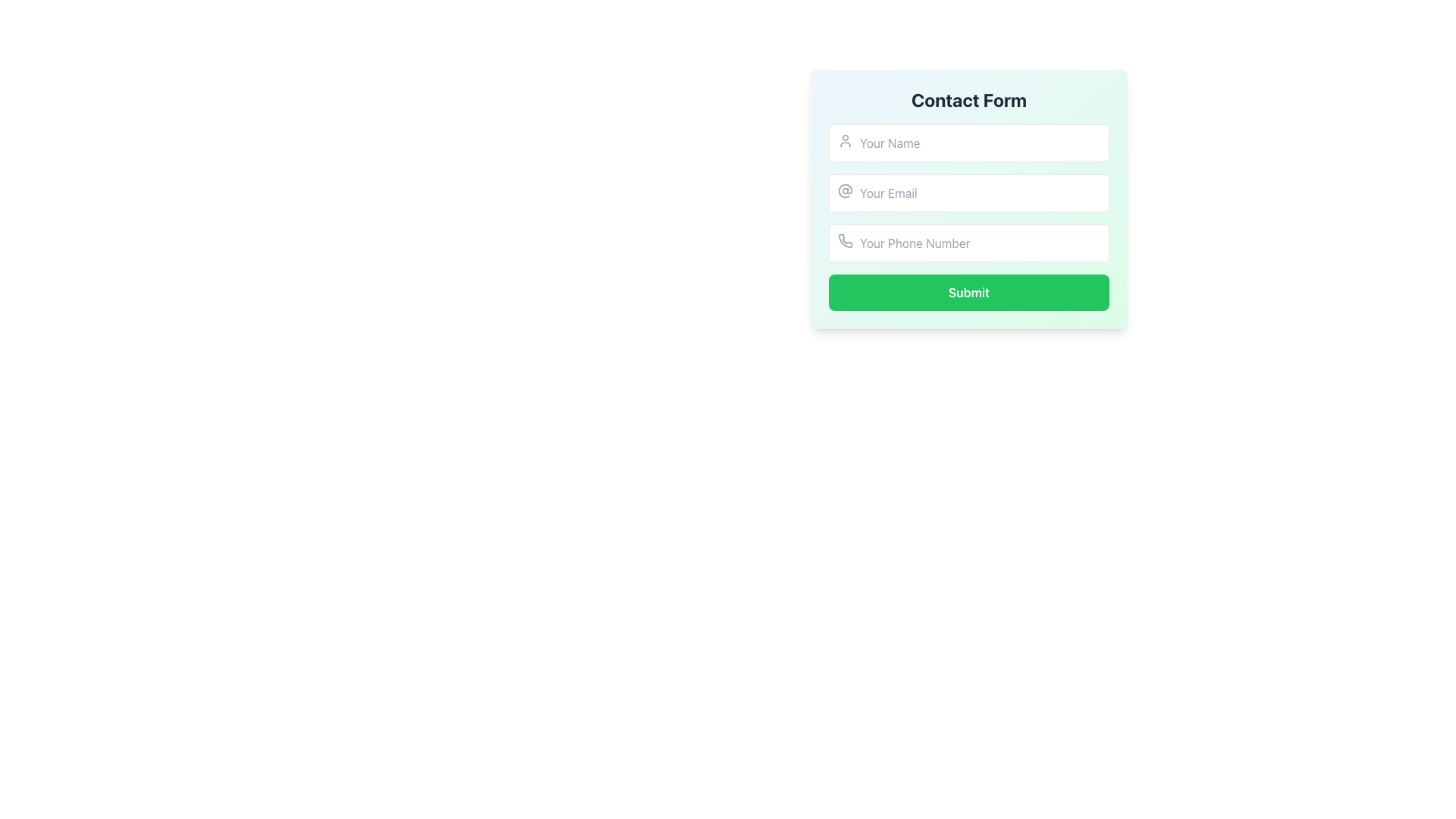 Image resolution: width=1456 pixels, height=819 pixels. What do you see at coordinates (844, 240) in the screenshot?
I see `the phone icon, which is gray and positioned to the left of the 'Your Phone Number' input field in the contact form` at bounding box center [844, 240].